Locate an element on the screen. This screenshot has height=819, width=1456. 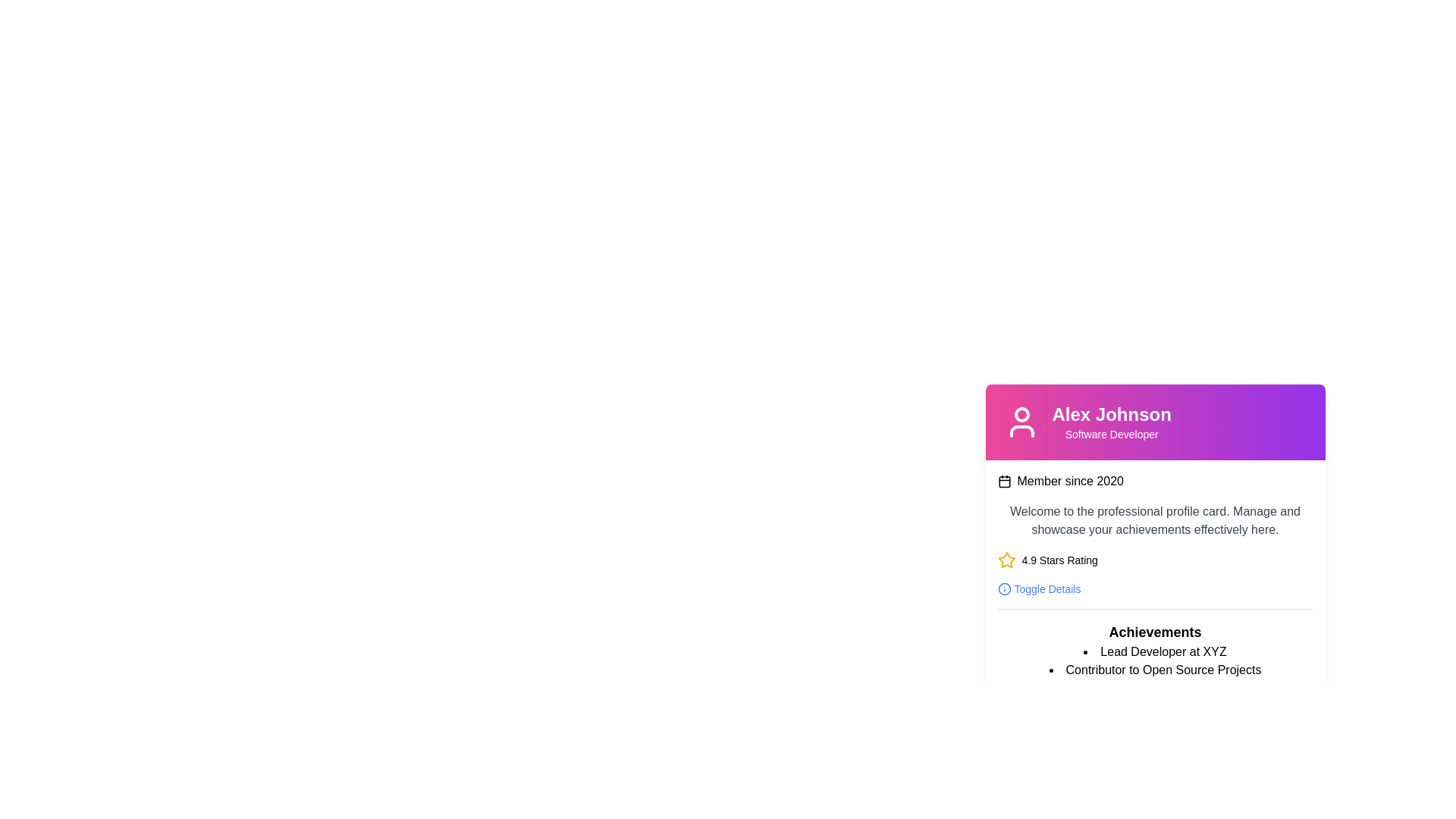
the small calendar icon located to the left of the text 'Member since 2020' is located at coordinates (1004, 482).